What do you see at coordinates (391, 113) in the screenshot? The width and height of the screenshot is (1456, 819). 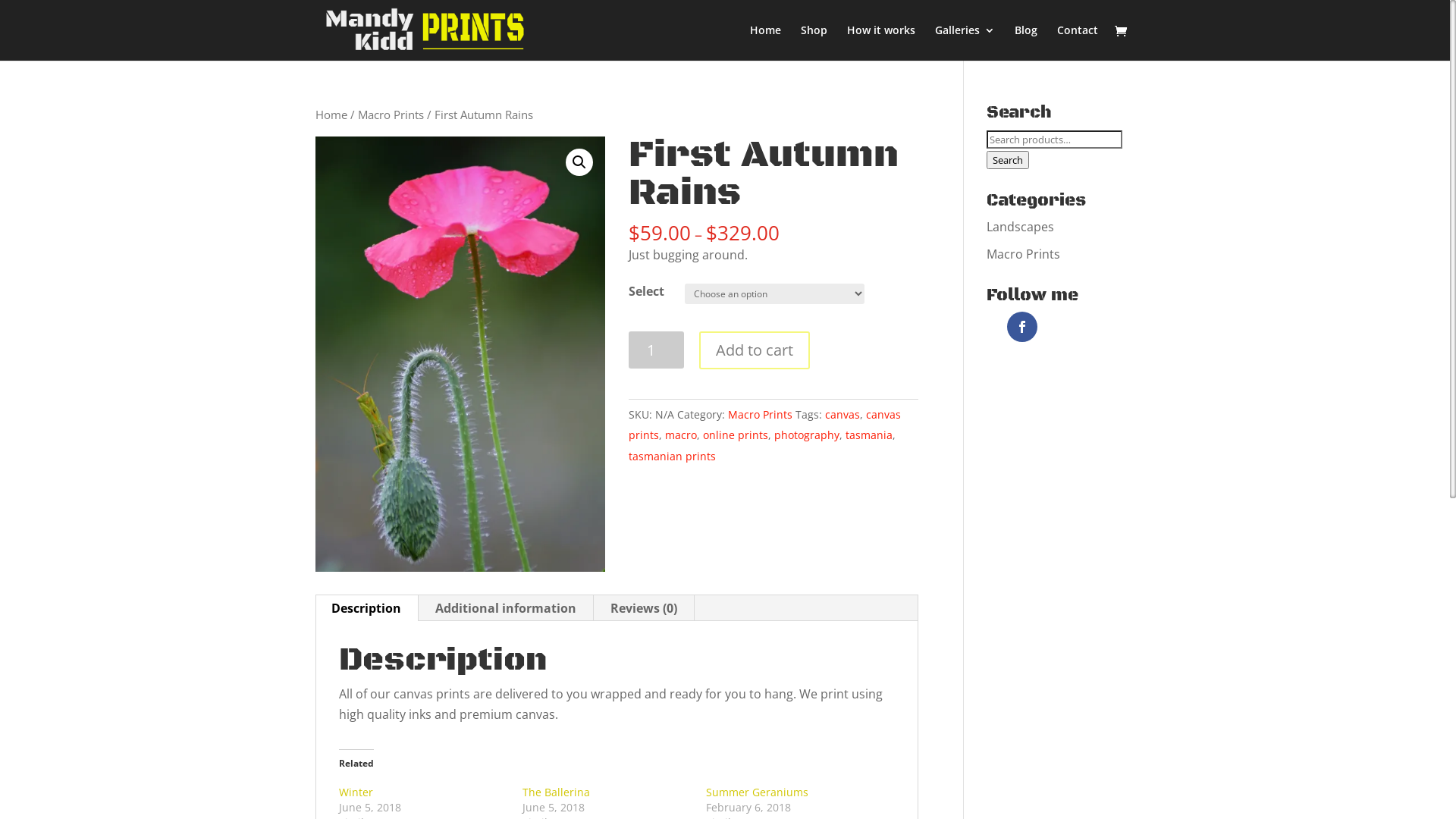 I see `'Macro Prints'` at bounding box center [391, 113].